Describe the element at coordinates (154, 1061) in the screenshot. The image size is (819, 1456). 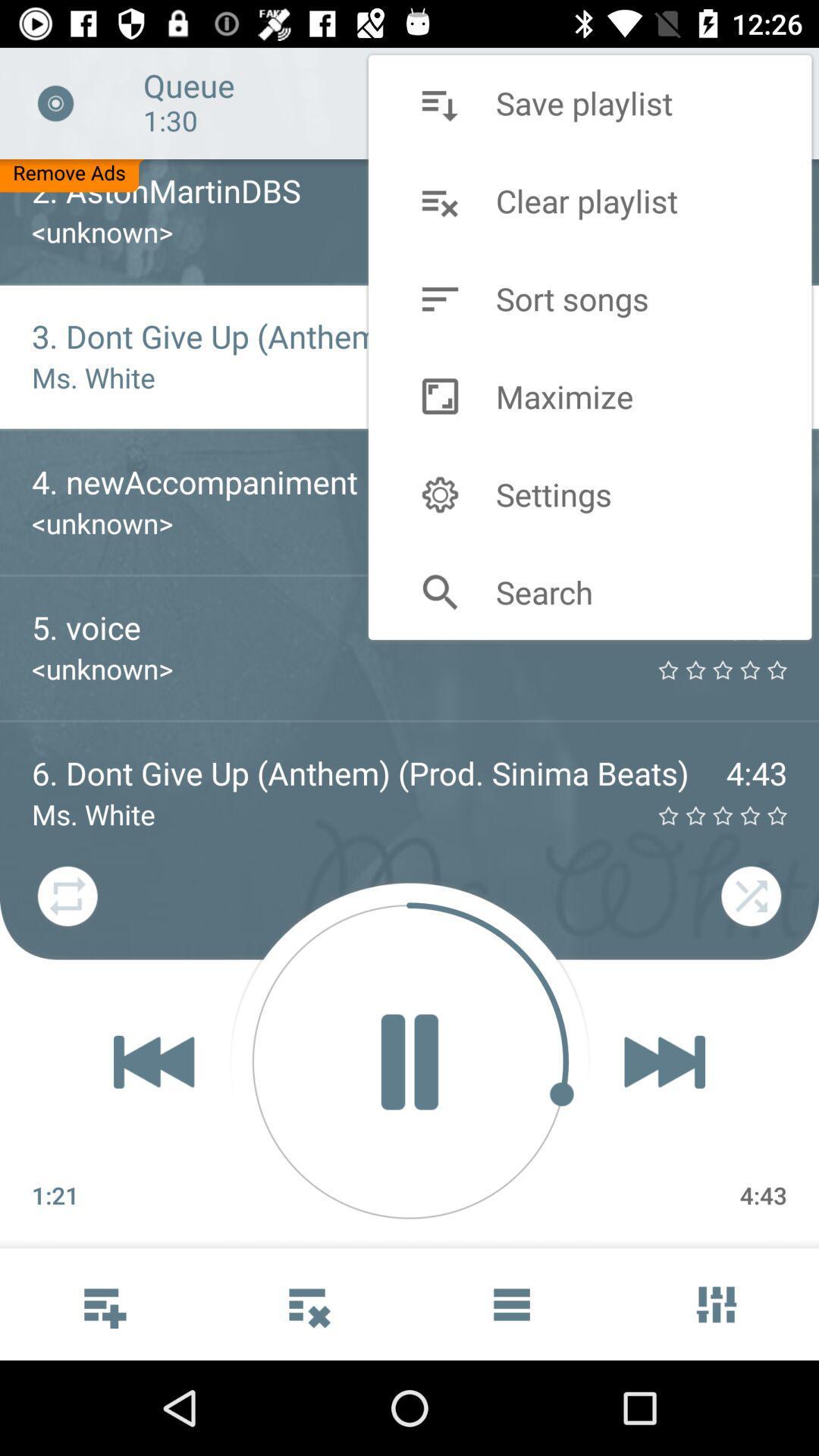
I see `the av_rewind icon` at that location.